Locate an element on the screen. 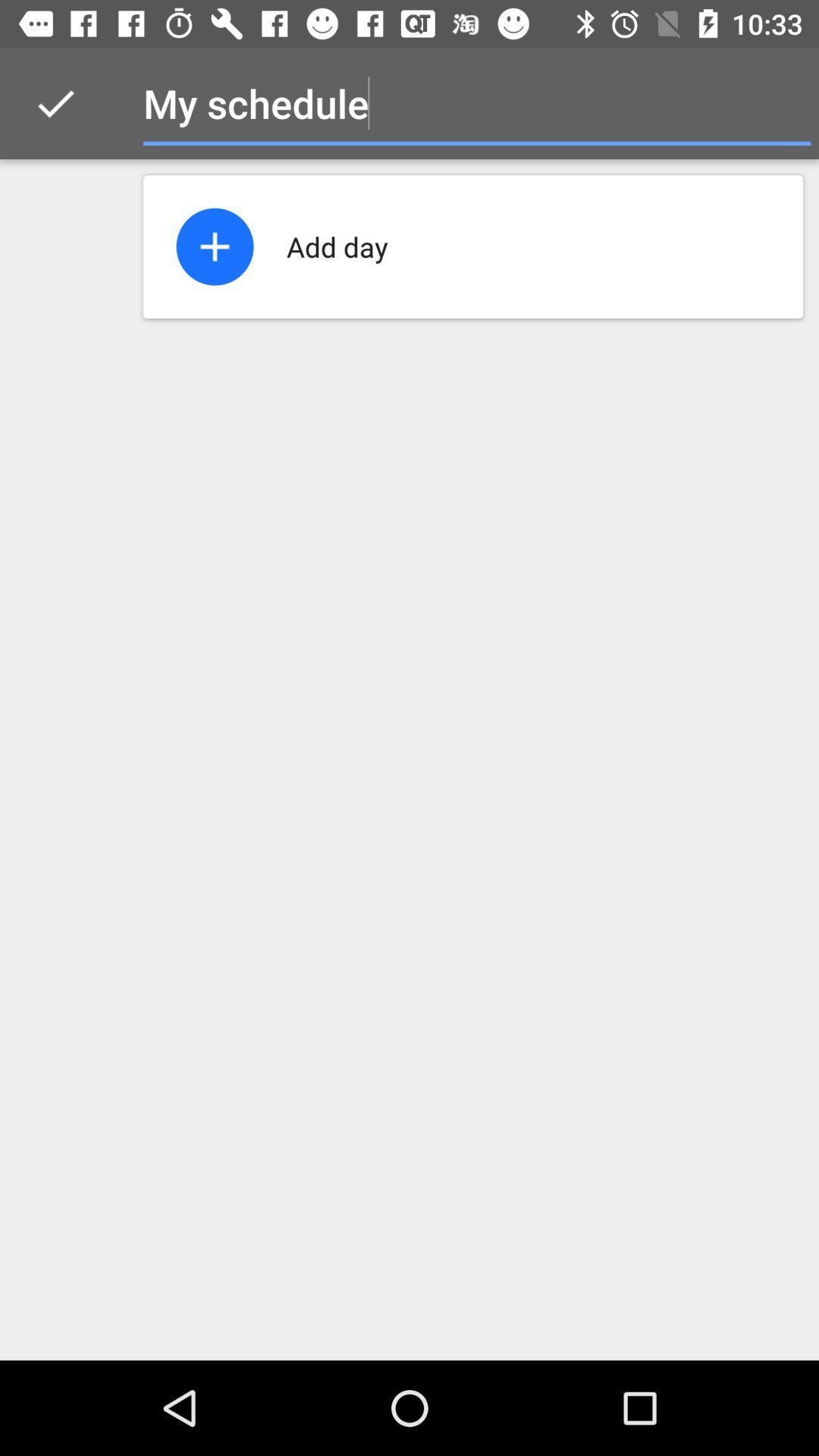  item at the top right corner is located at coordinates (779, 102).